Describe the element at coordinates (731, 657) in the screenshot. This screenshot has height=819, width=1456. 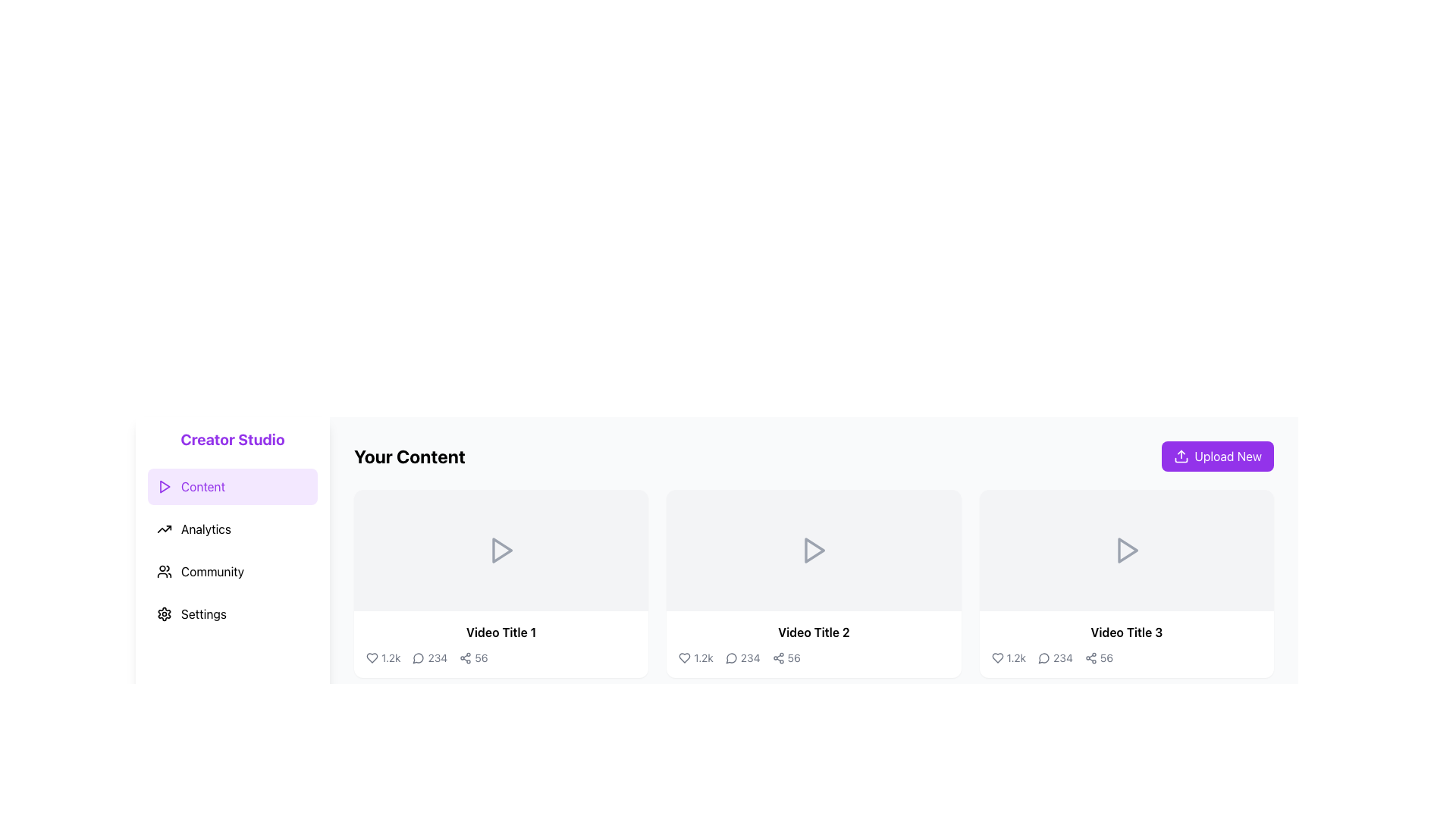
I see `the chat or message circle icon that is outlined with a triangular tail pointing left, located immediately to the left of the number '234' in the second video block below 'Video Title 2'` at that location.